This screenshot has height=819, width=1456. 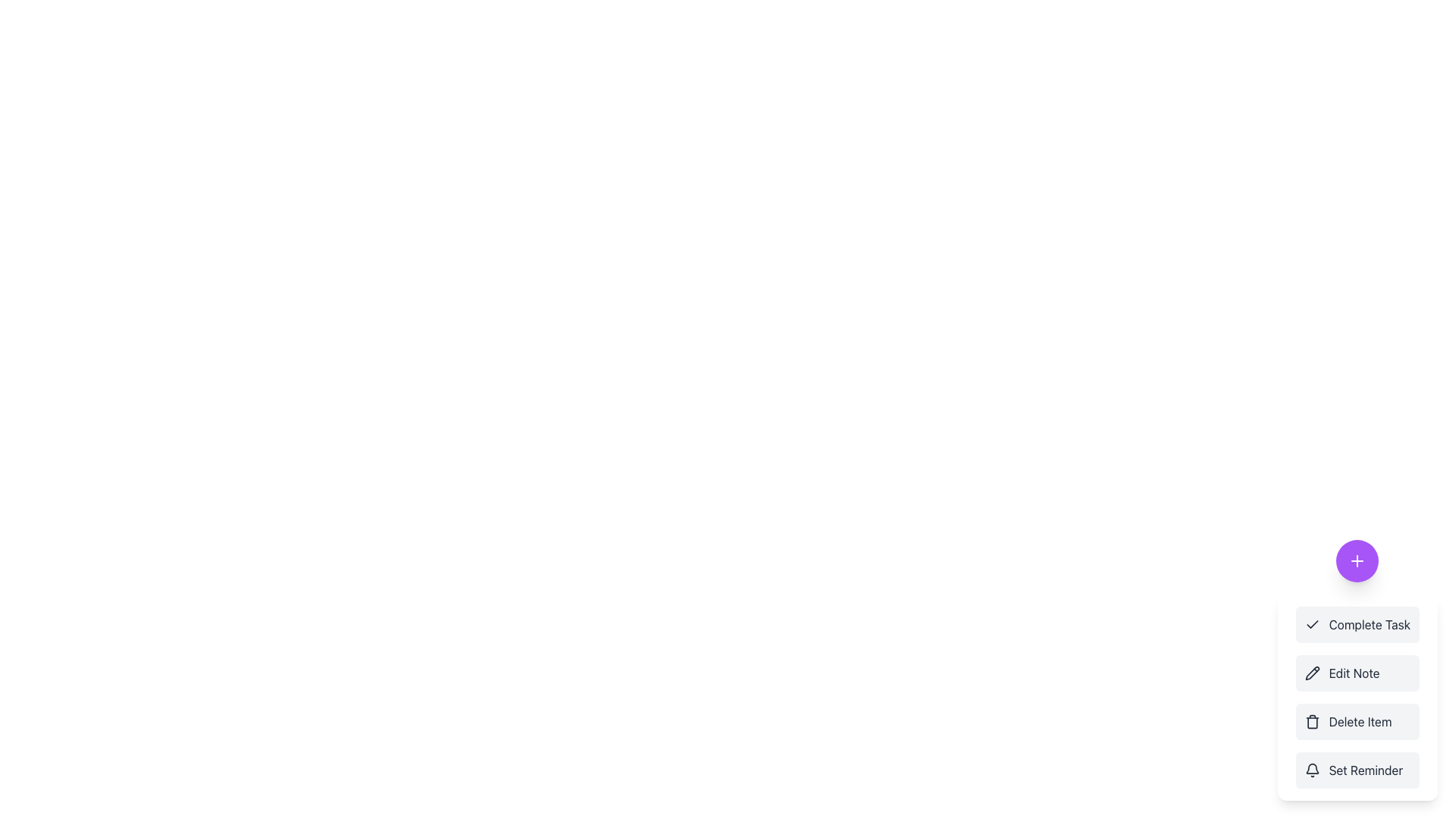 I want to click on the 'Delete Item' button, which is a rectangular button with rounded corners, a light gray background, and a trash can icon on the left, so click(x=1357, y=721).